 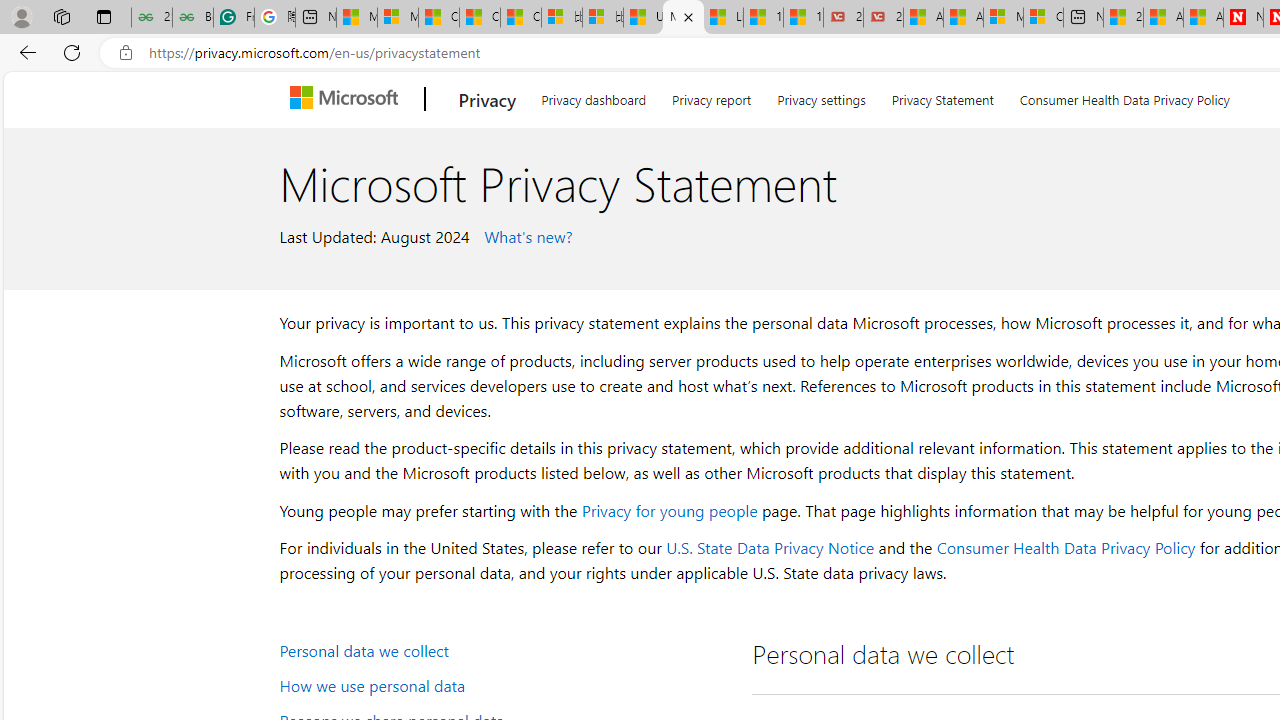 I want to click on '25 Basic Linux Commands For Beginners - GeeksforGeeks', so click(x=150, y=17).